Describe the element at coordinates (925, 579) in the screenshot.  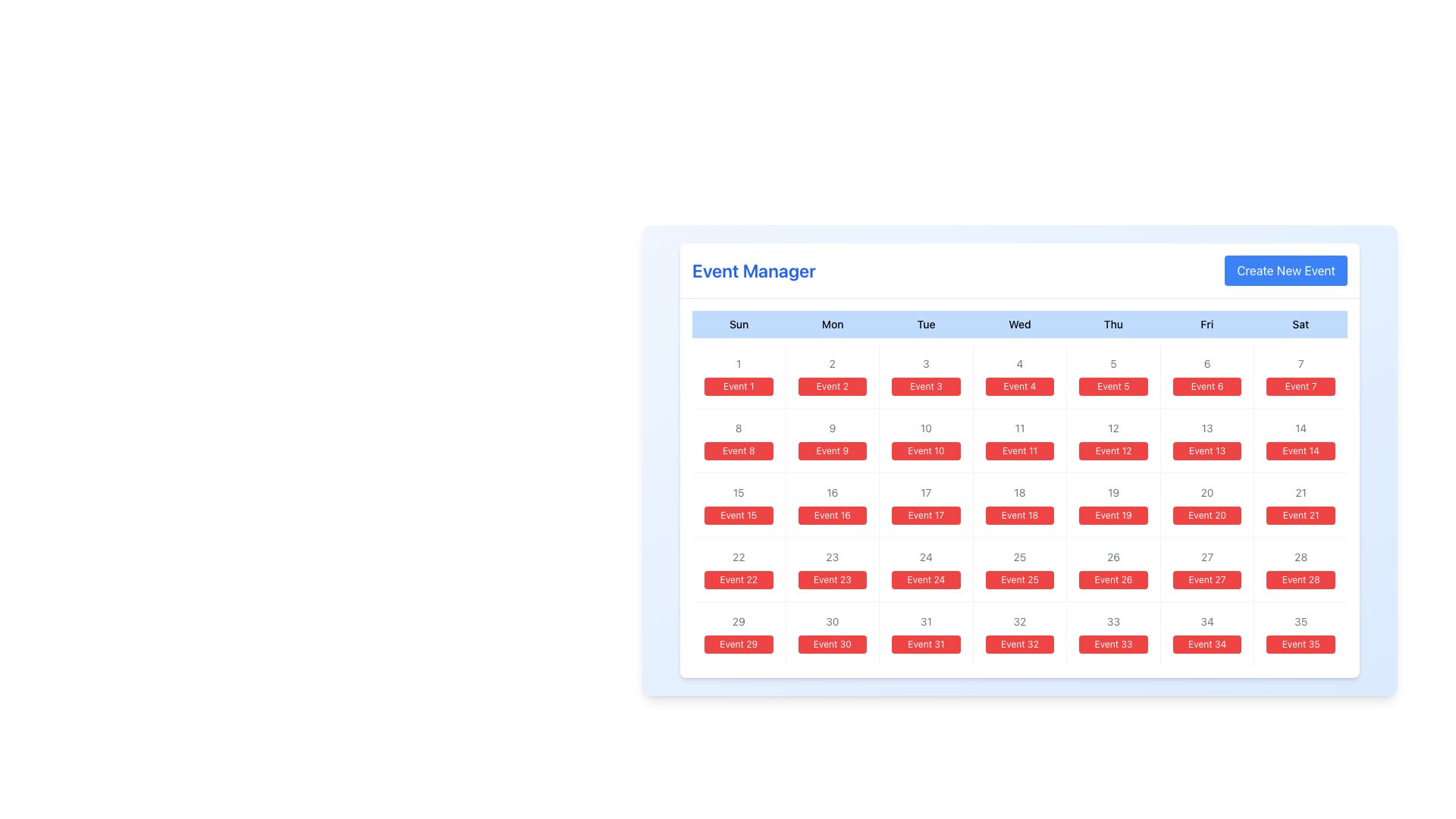
I see `the 'Event 24' label, which visually indicates this event in the calendar interface, positioned below the text '24' in the Tuesday column of the fourth week` at that location.